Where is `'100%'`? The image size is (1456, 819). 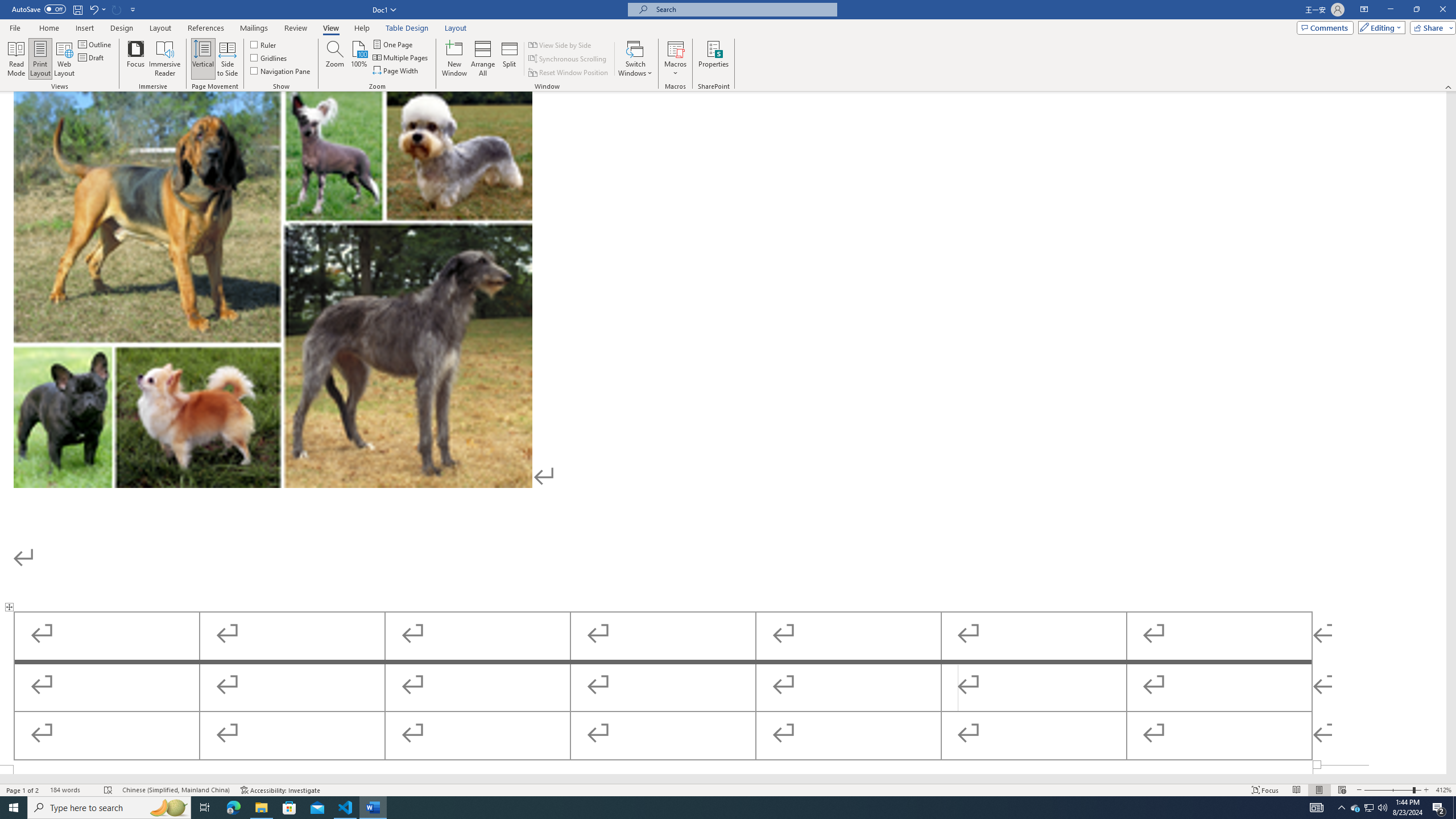
'100%' is located at coordinates (359, 59).